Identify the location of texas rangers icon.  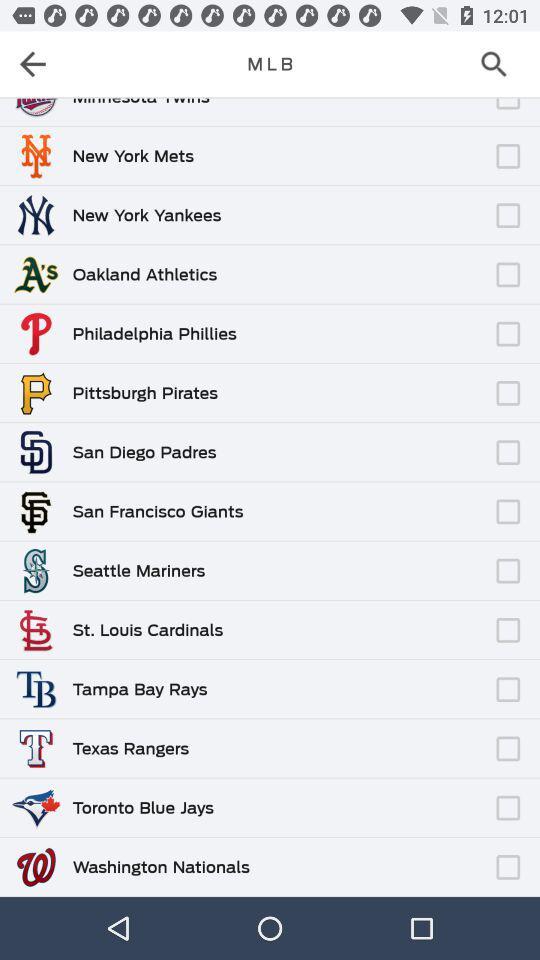
(130, 747).